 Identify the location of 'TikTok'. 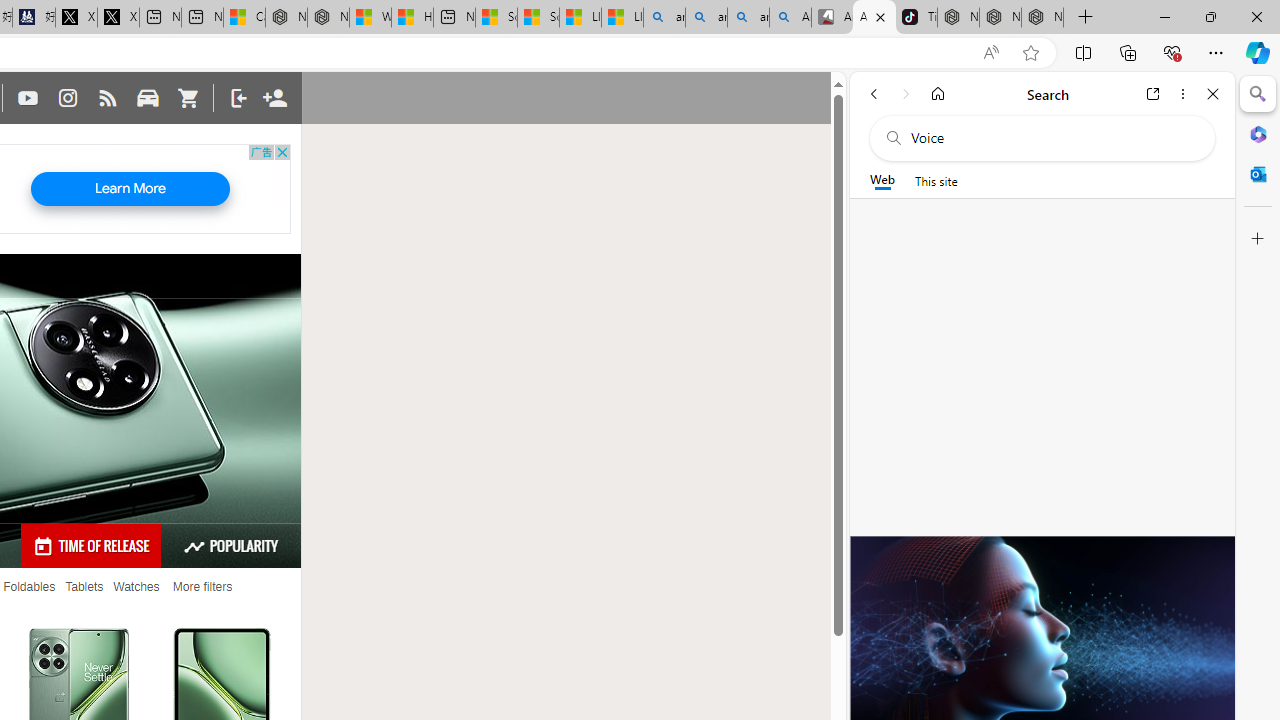
(915, 17).